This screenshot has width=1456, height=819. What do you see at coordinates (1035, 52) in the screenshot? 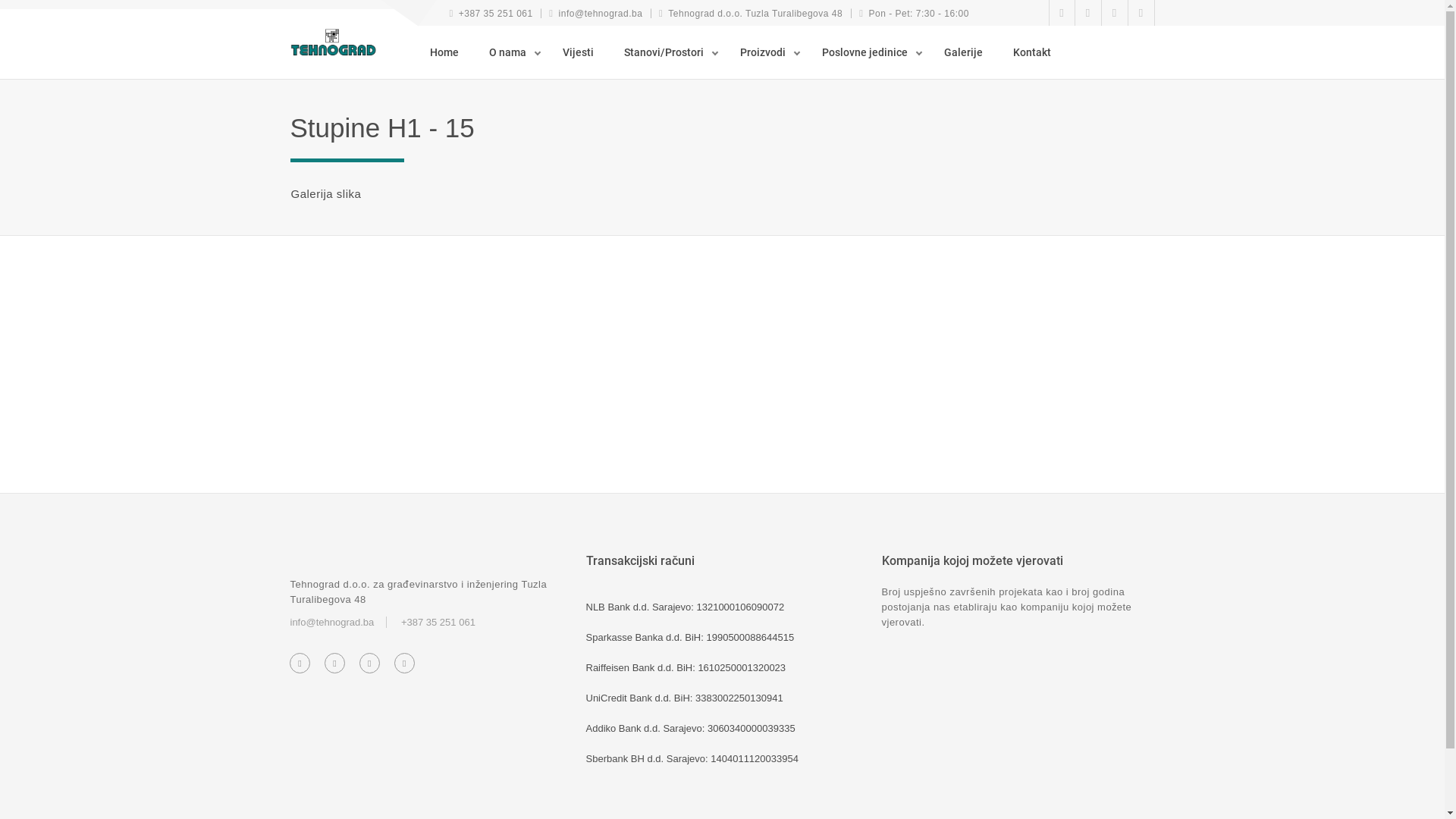
I see `'Kontakt'` at bounding box center [1035, 52].